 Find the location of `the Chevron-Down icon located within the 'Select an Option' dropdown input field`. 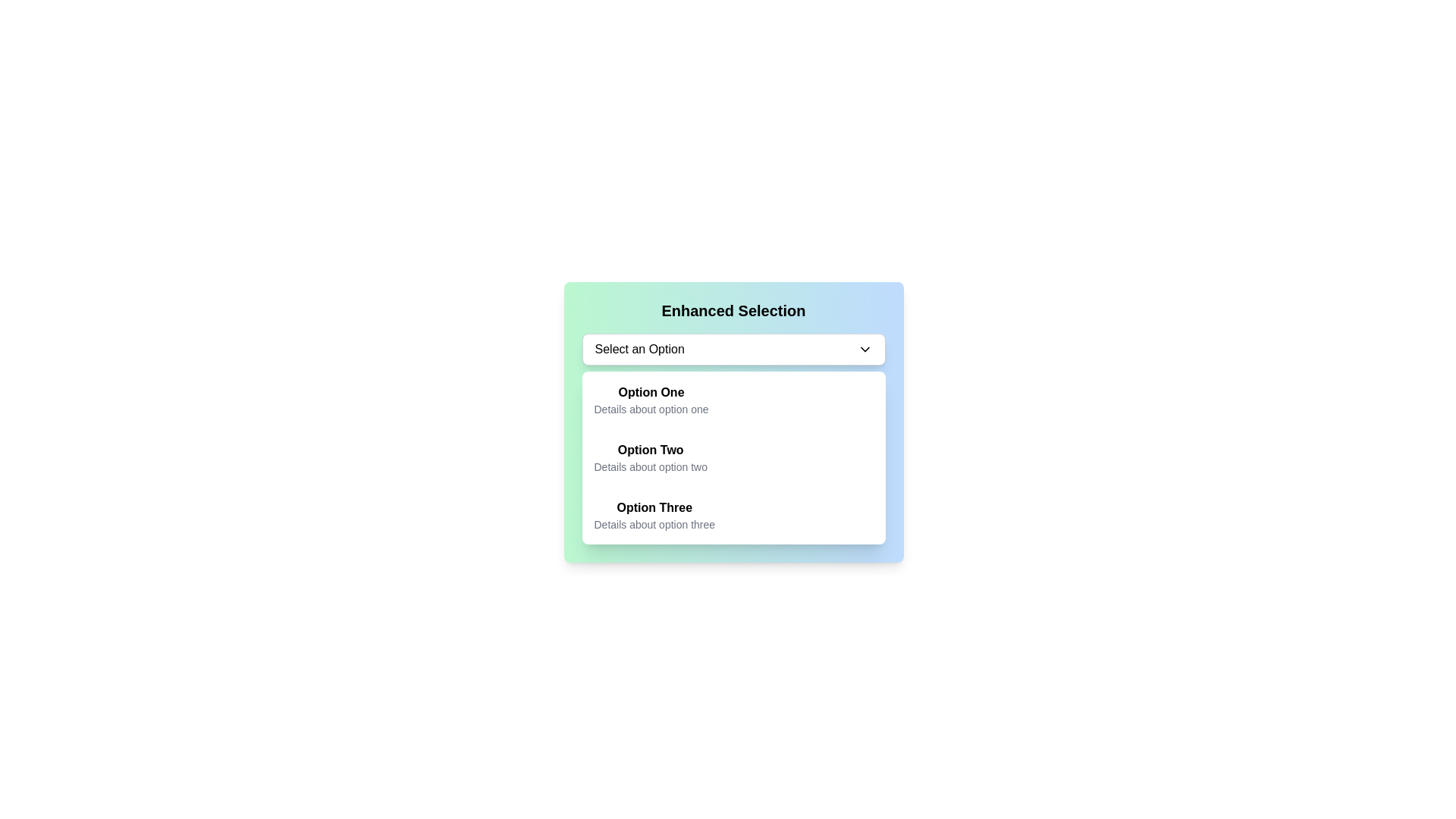

the Chevron-Down icon located within the 'Select an Option' dropdown input field is located at coordinates (864, 350).